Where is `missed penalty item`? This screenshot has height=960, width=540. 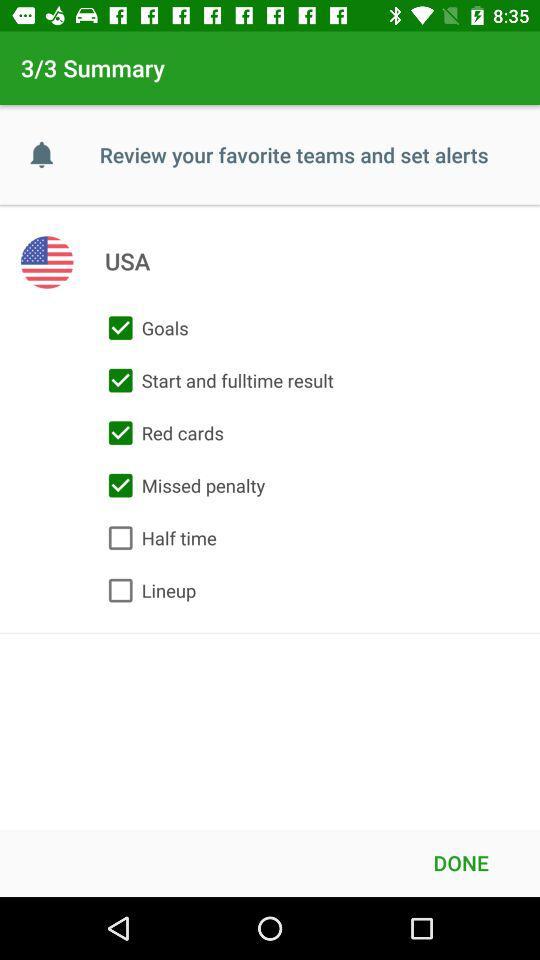 missed penalty item is located at coordinates (182, 484).